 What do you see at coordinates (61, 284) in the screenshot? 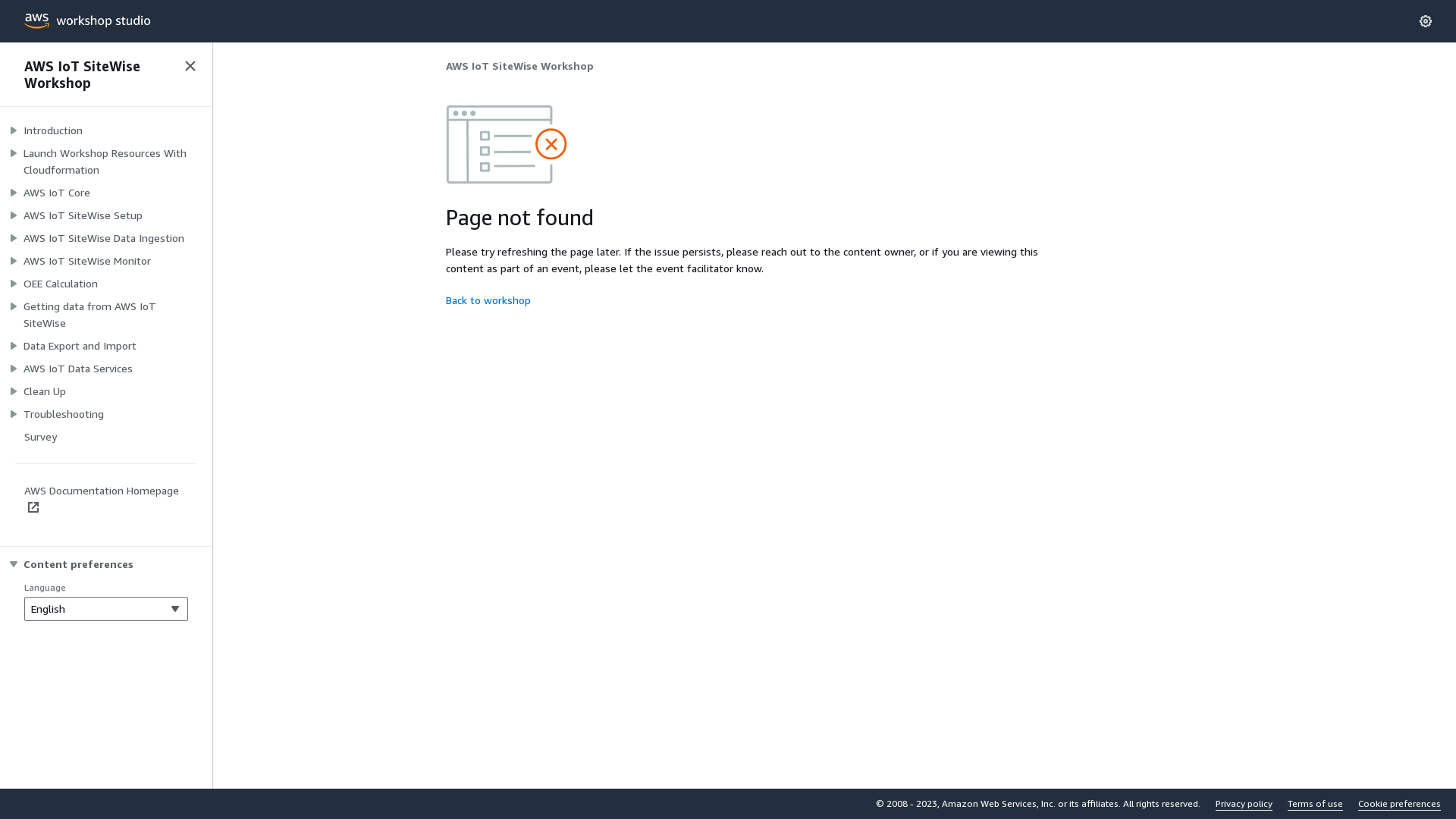
I see `'OEE Calculation'` at bounding box center [61, 284].